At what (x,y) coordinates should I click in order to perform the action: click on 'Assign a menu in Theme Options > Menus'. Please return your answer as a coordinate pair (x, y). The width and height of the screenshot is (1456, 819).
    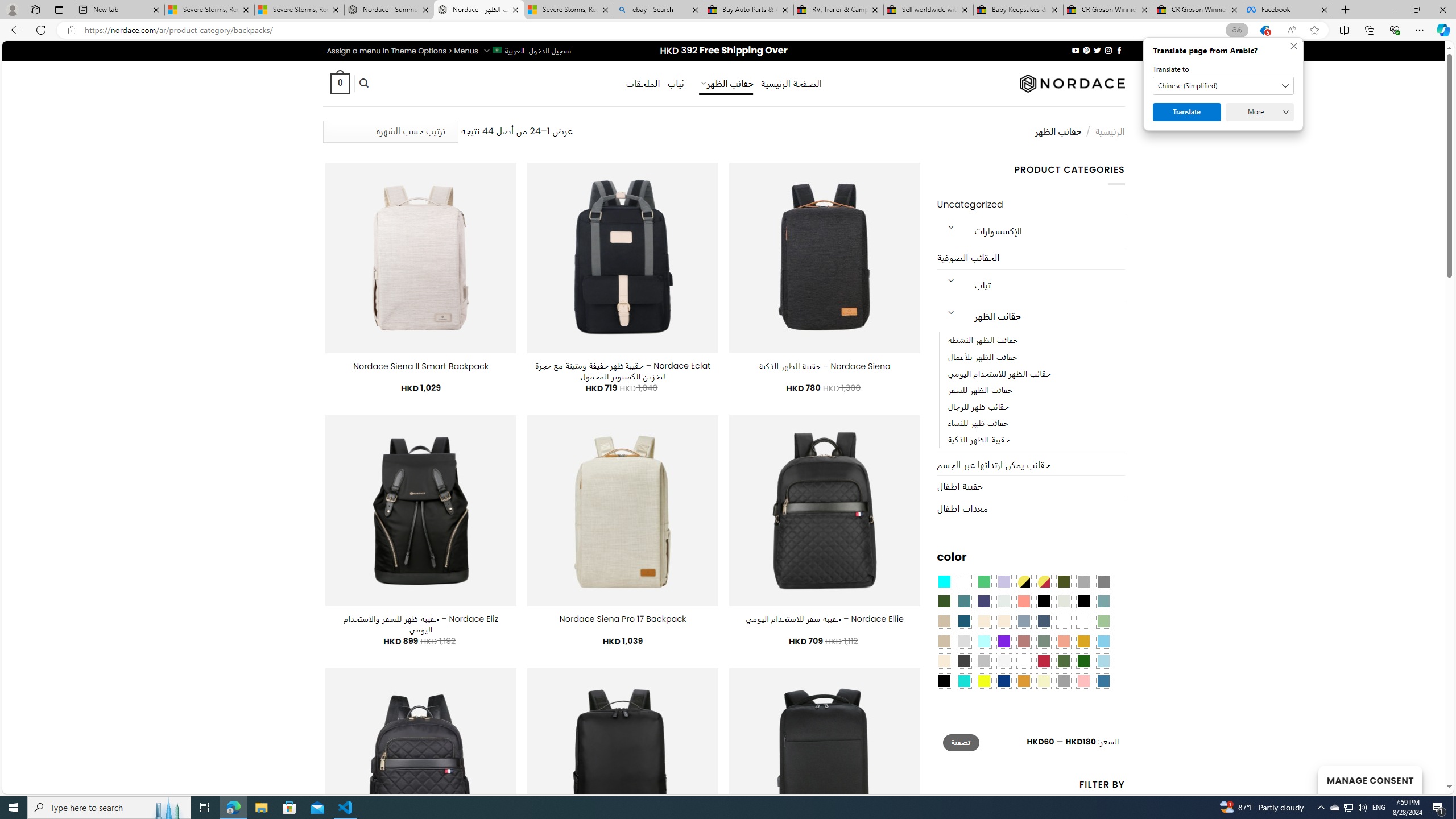
    Looking at the image, I should click on (402, 50).